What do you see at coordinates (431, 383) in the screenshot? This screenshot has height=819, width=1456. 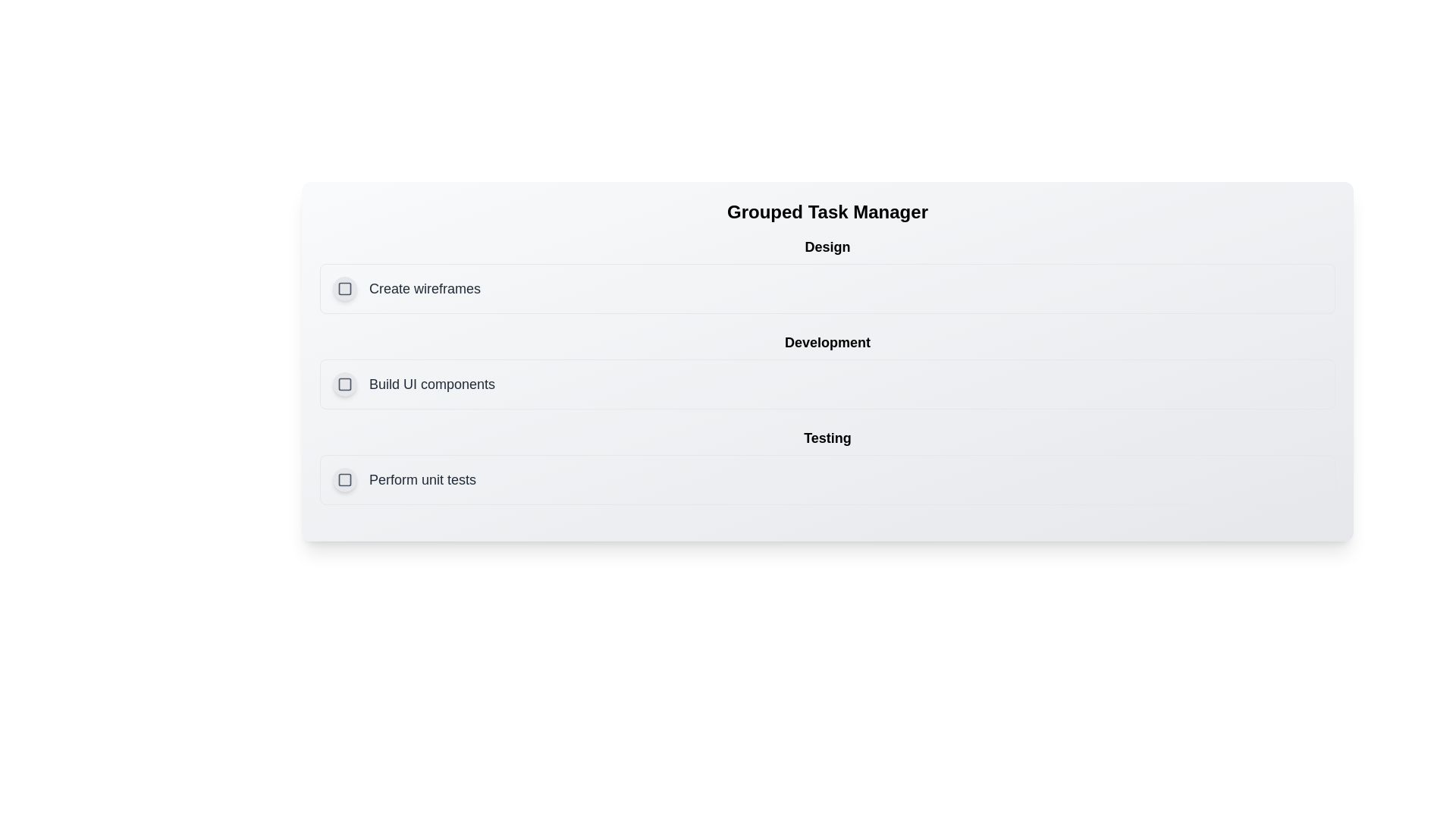 I see `text label that says 'Build UI components' located in the 'Development' section, next to a checkbox-like icon` at bounding box center [431, 383].